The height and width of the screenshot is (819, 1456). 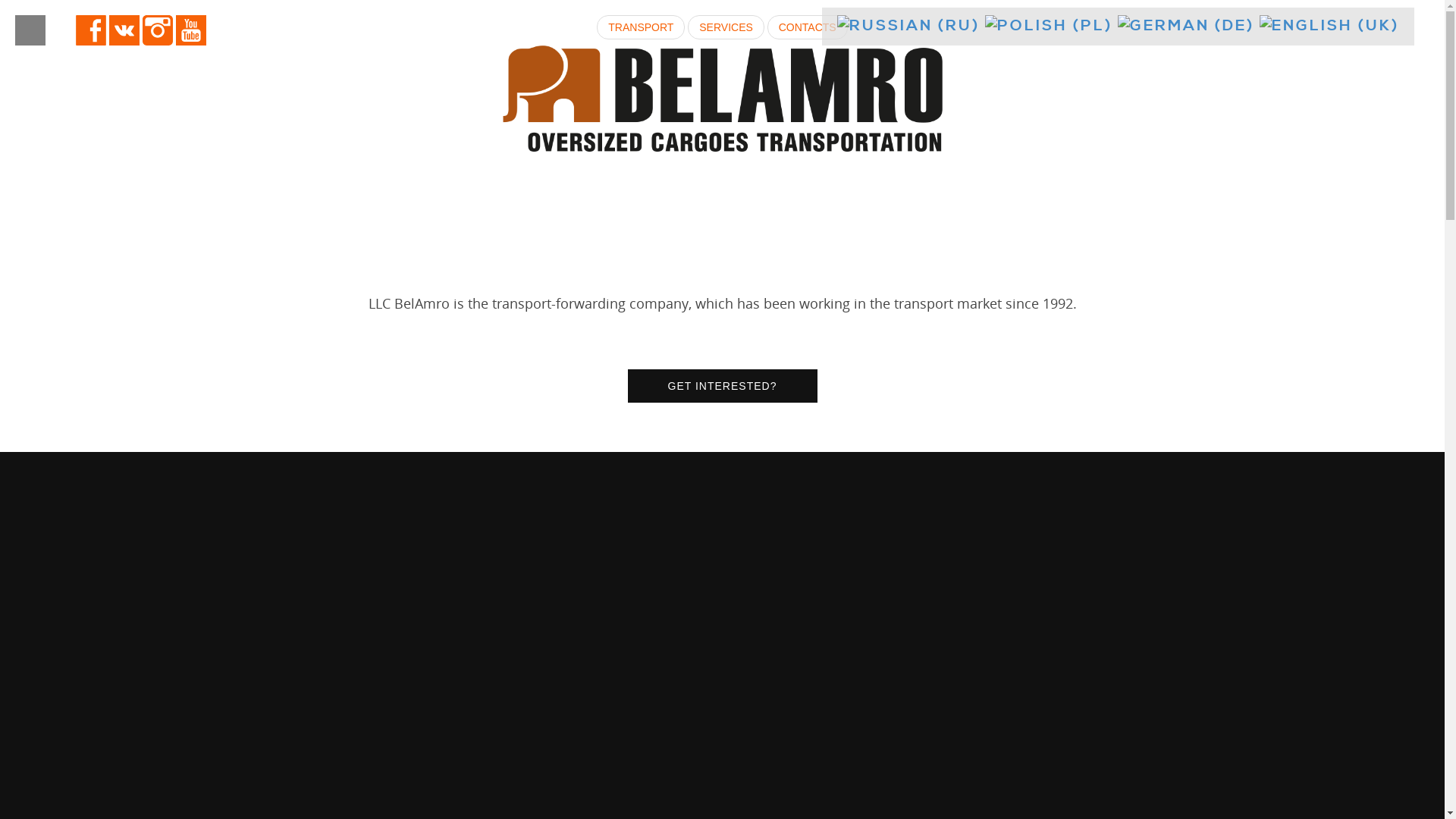 I want to click on 'GET INTERESTED?', so click(x=722, y=385).